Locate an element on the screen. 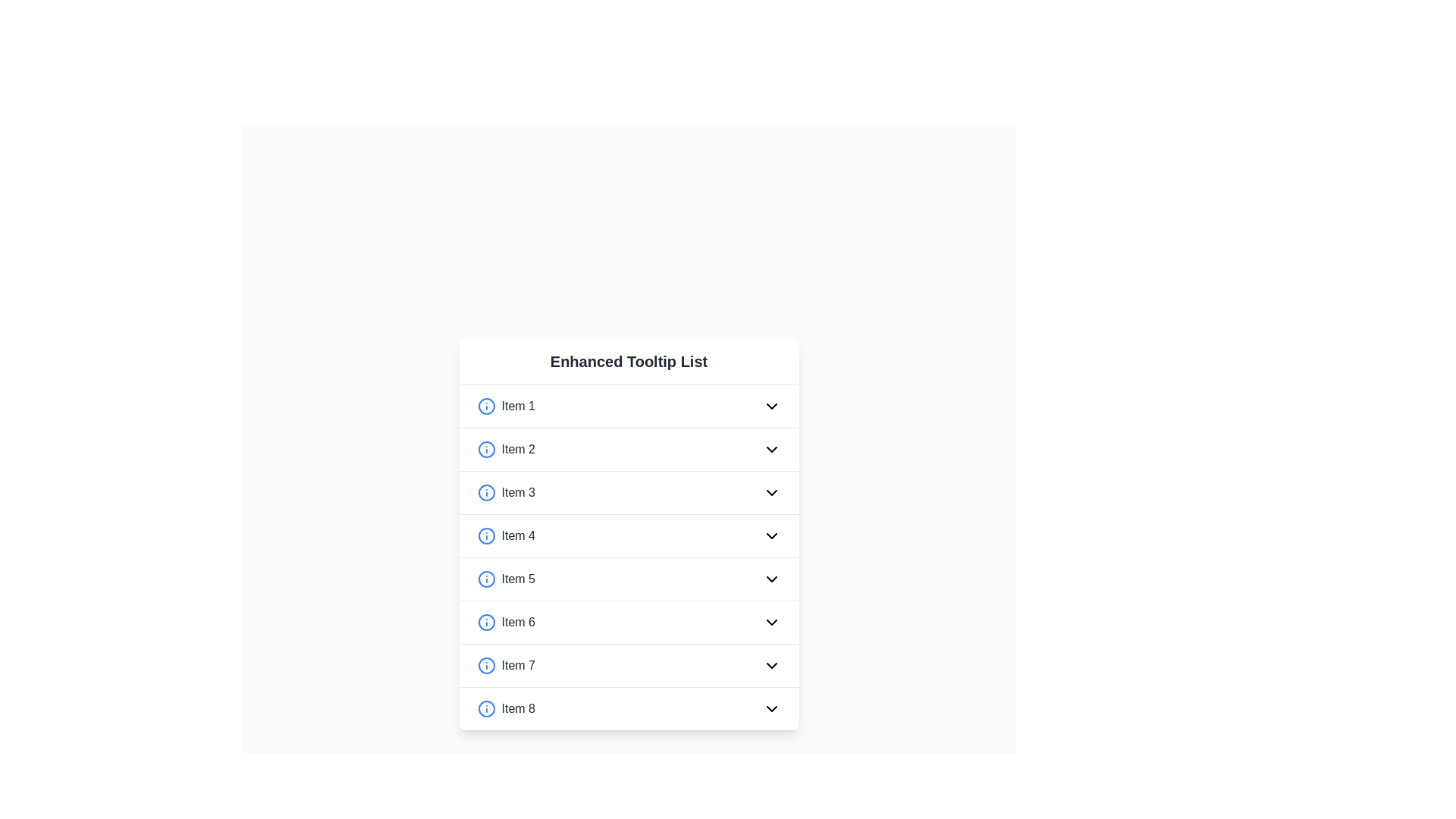 Image resolution: width=1456 pixels, height=819 pixels. the circular icon adjacent to the text 'Item 6' in the 'Enhanced Tooltip List' is located at coordinates (506, 623).